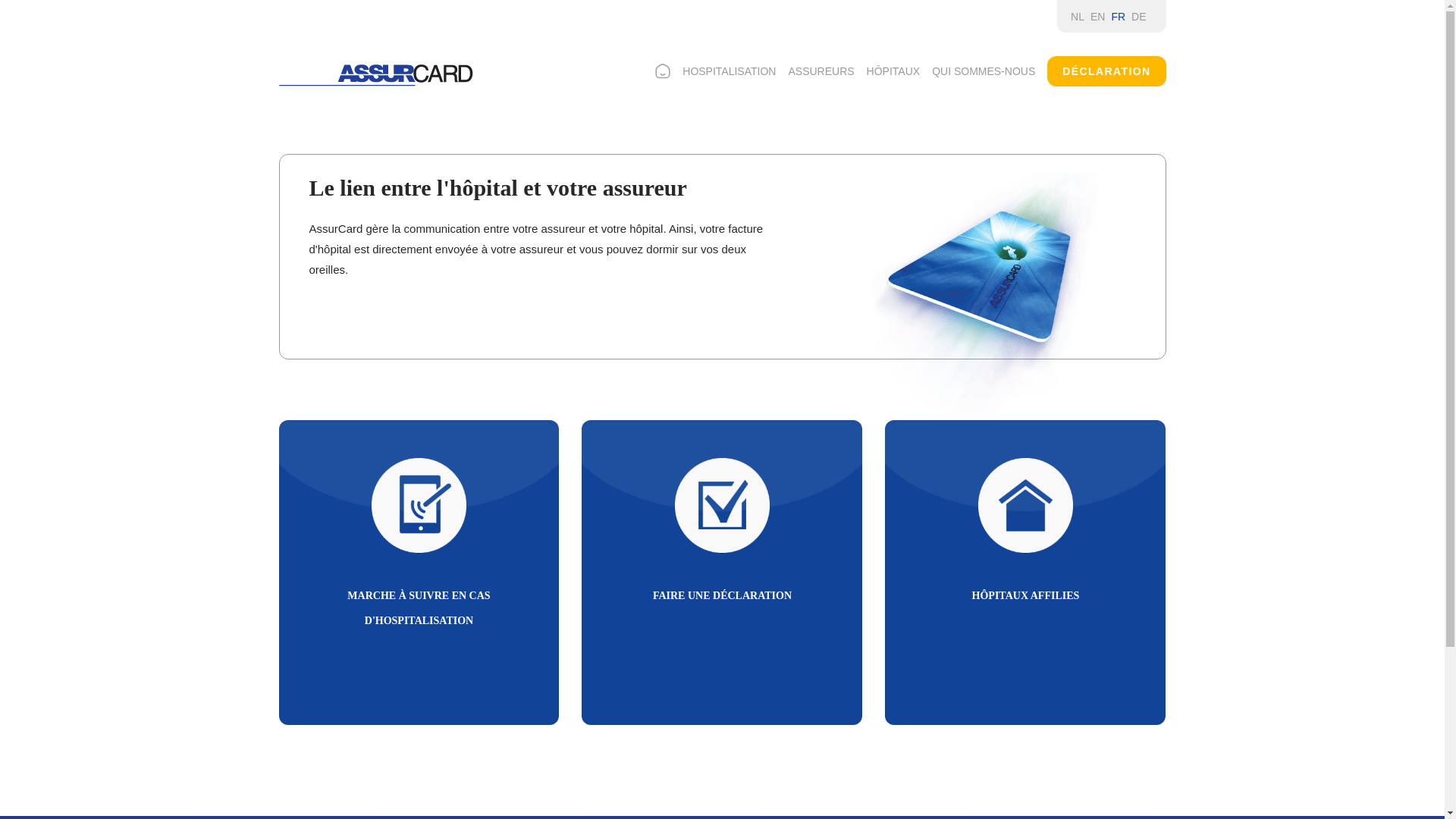 The width and height of the screenshot is (1456, 819). I want to click on 'NL', so click(1069, 17).